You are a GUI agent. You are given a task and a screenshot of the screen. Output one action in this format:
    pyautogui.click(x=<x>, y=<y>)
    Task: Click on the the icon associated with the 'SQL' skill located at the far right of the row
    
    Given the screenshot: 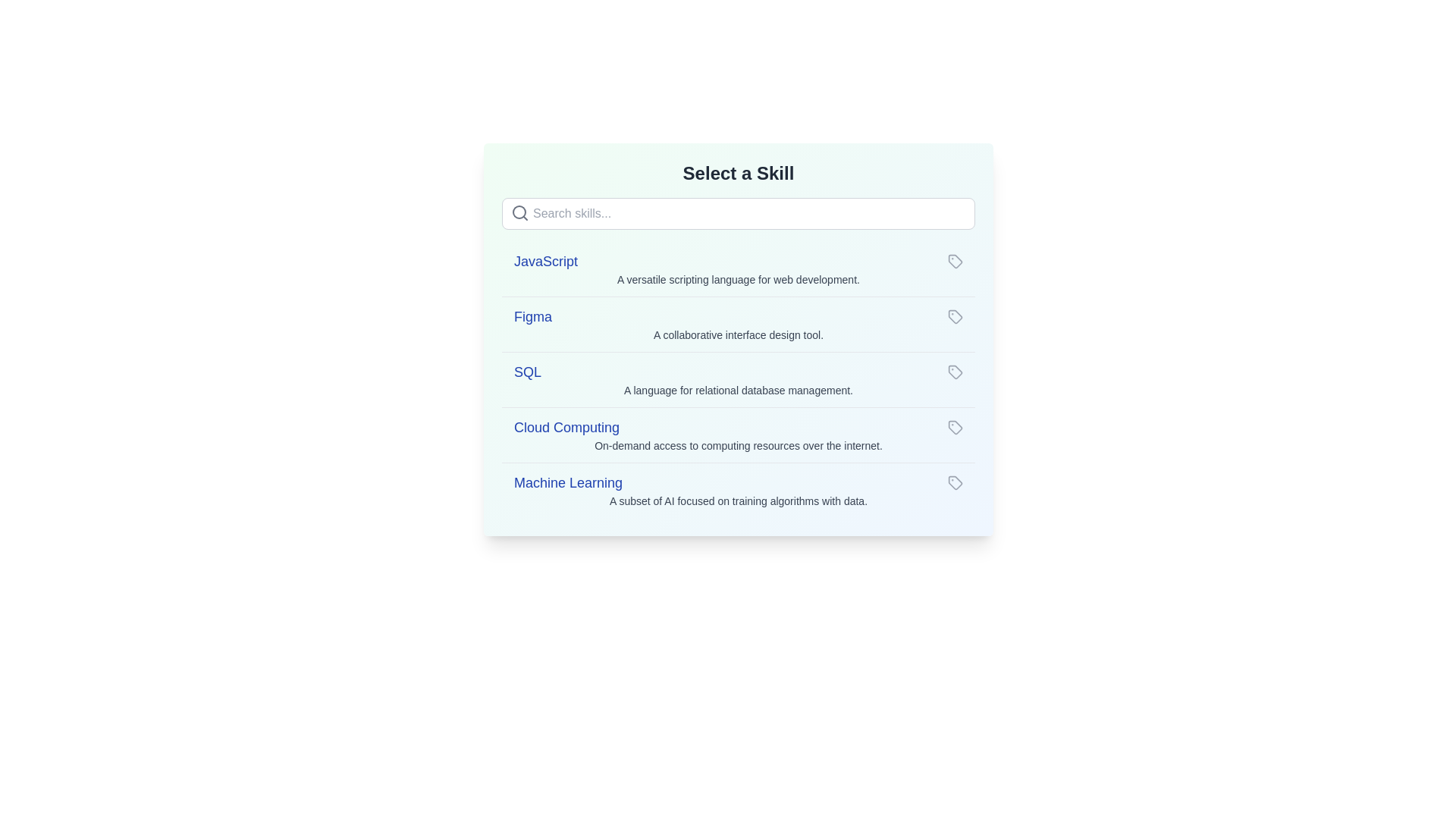 What is the action you would take?
    pyautogui.click(x=954, y=372)
    